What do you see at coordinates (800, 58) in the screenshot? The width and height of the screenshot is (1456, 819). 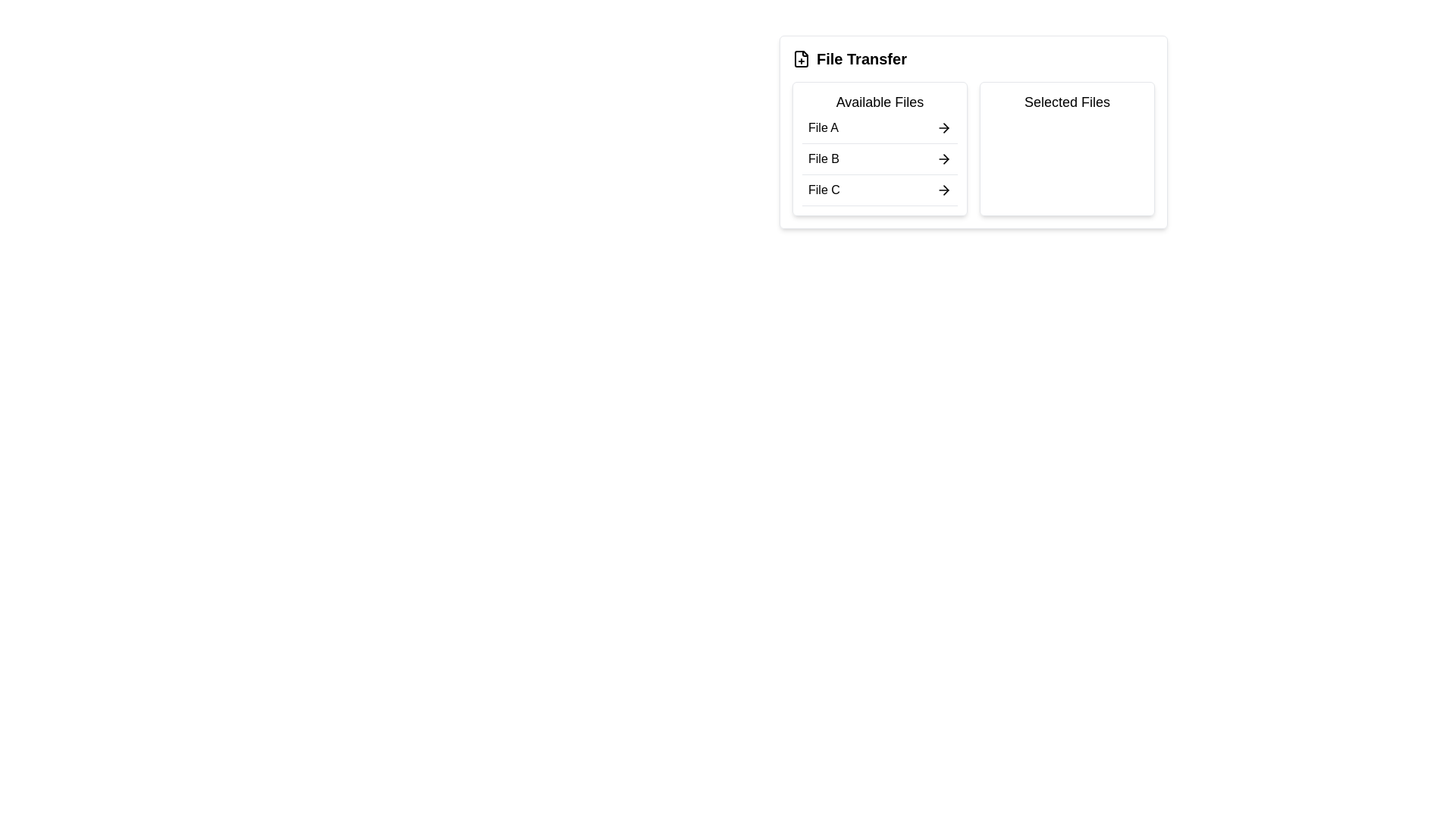 I see `the upper inner portion of the document icon, which is part of the SVG element in the 'File Transfer' UI card` at bounding box center [800, 58].